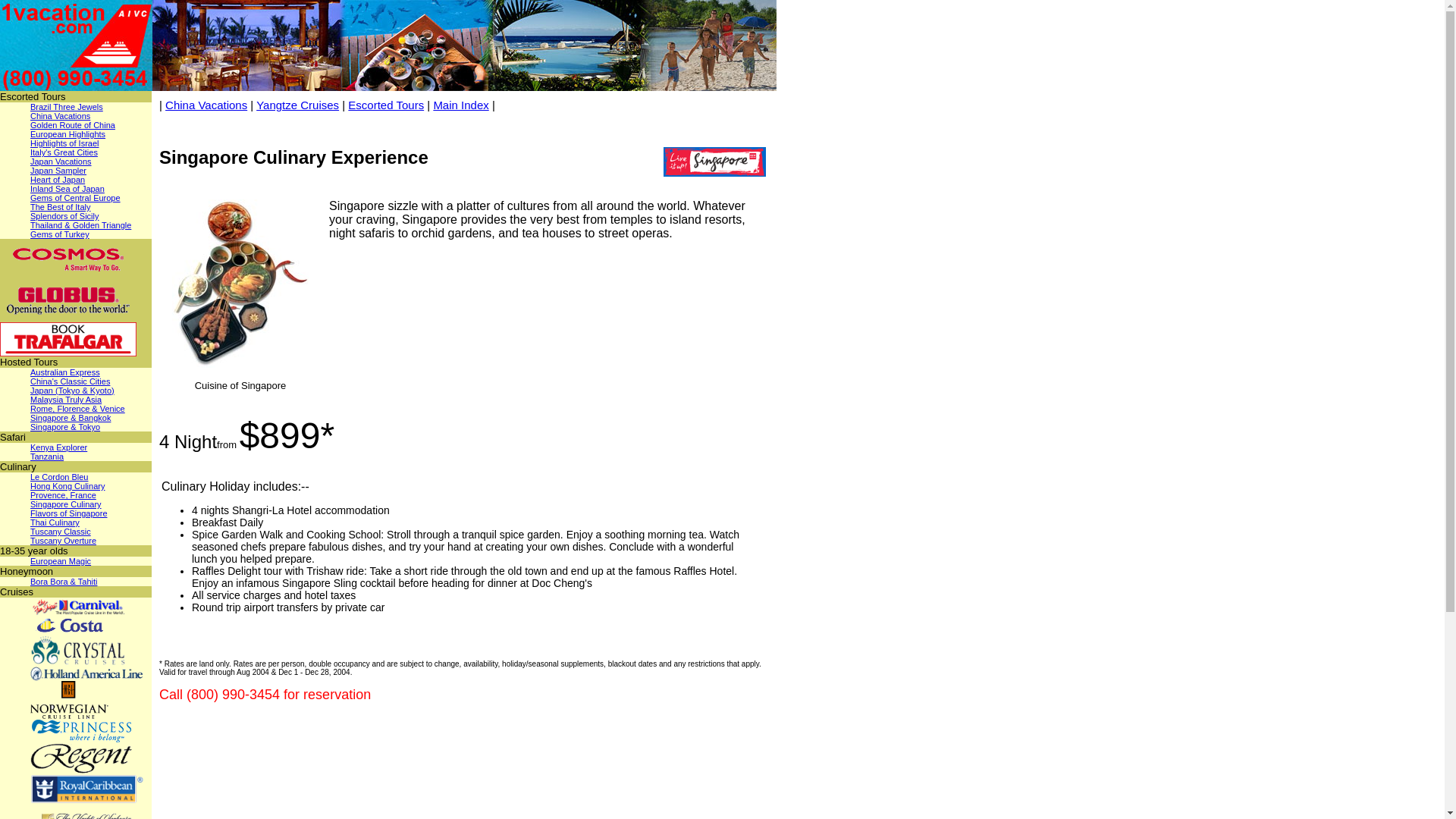 This screenshot has width=1456, height=819. What do you see at coordinates (77, 408) in the screenshot?
I see `'Rome, Florence & Venice'` at bounding box center [77, 408].